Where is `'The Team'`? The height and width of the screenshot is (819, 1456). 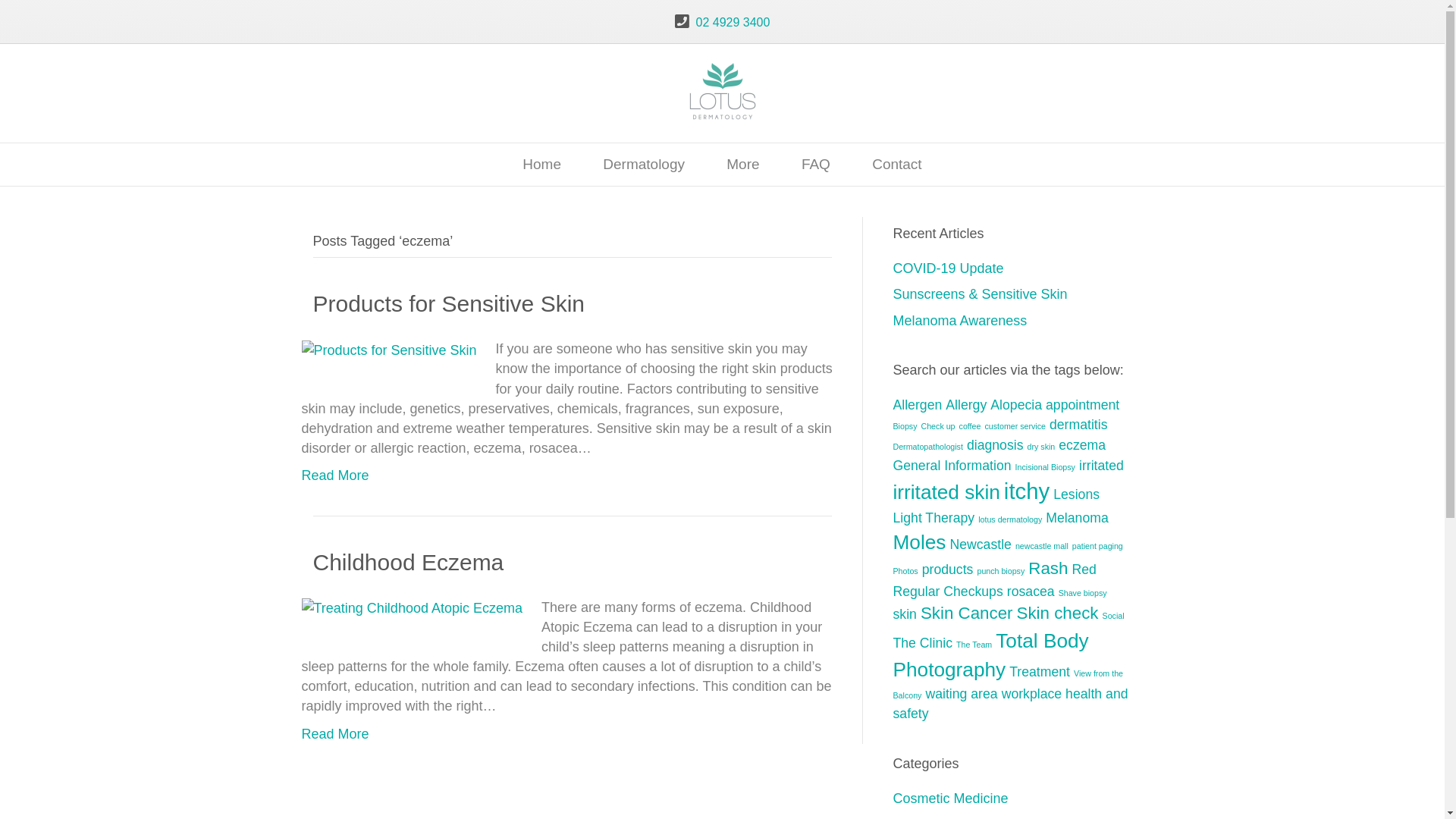
'The Team' is located at coordinates (955, 644).